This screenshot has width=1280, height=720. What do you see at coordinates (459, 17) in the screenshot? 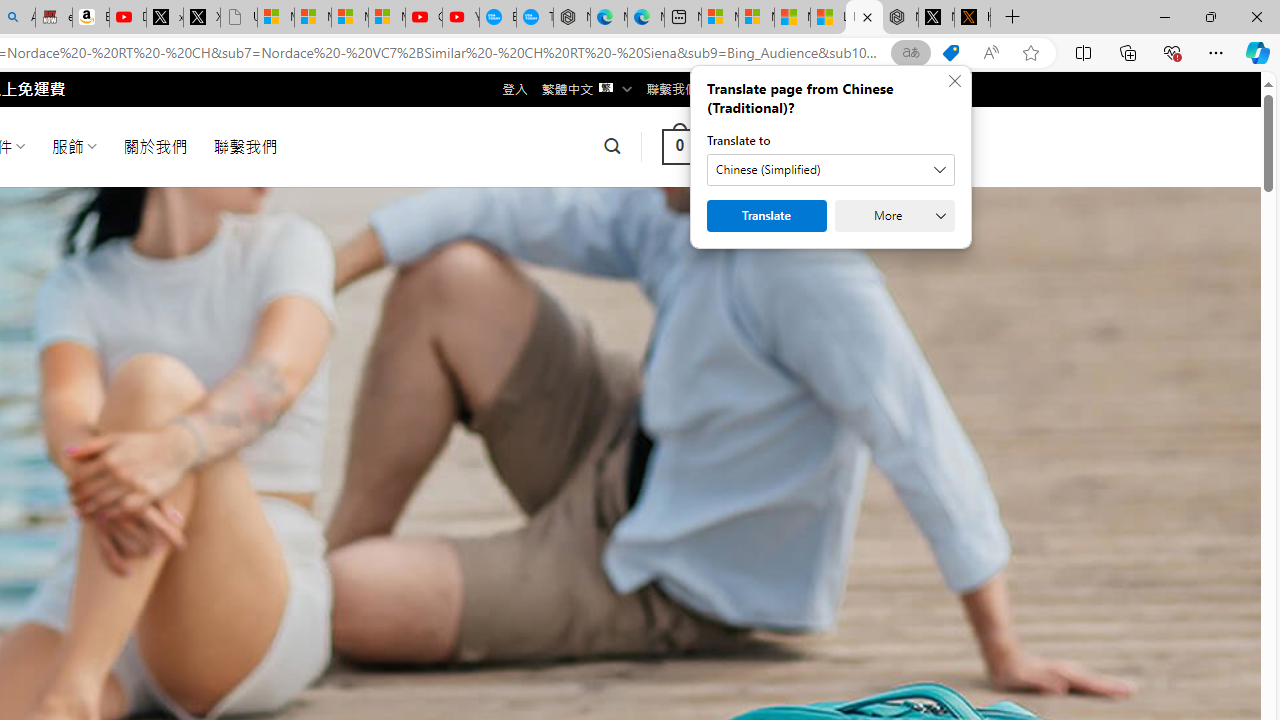
I see `'YouTube Kids - An App Created for Kids to Explore Content'` at bounding box center [459, 17].